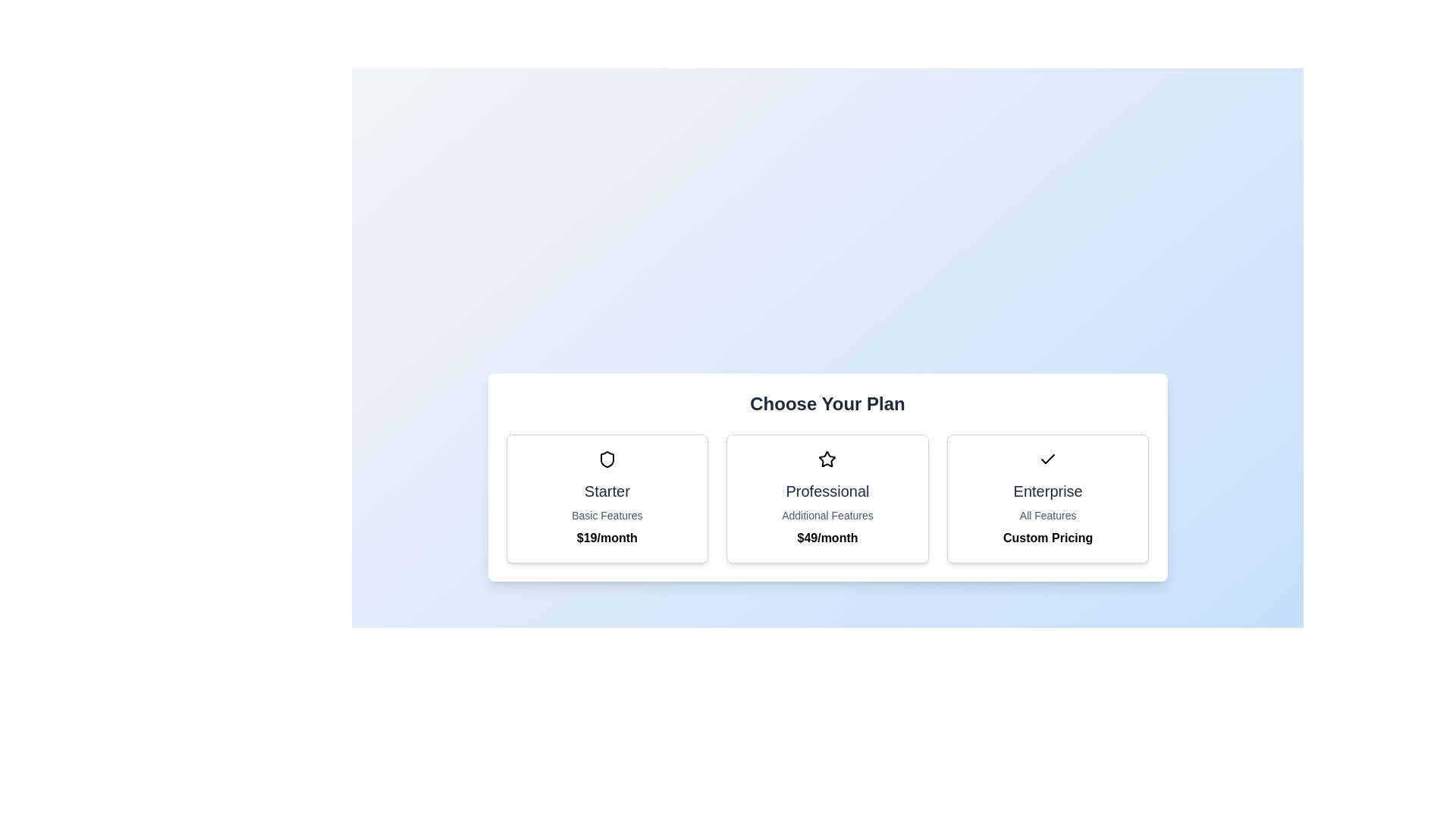 The width and height of the screenshot is (1456, 819). What do you see at coordinates (607, 499) in the screenshot?
I see `the 'Starter' card element, which features a shield icon, the title 'Starter' in bold, a subtitle 'Basic Features', and pricing '$19/month' at the bottom` at bounding box center [607, 499].